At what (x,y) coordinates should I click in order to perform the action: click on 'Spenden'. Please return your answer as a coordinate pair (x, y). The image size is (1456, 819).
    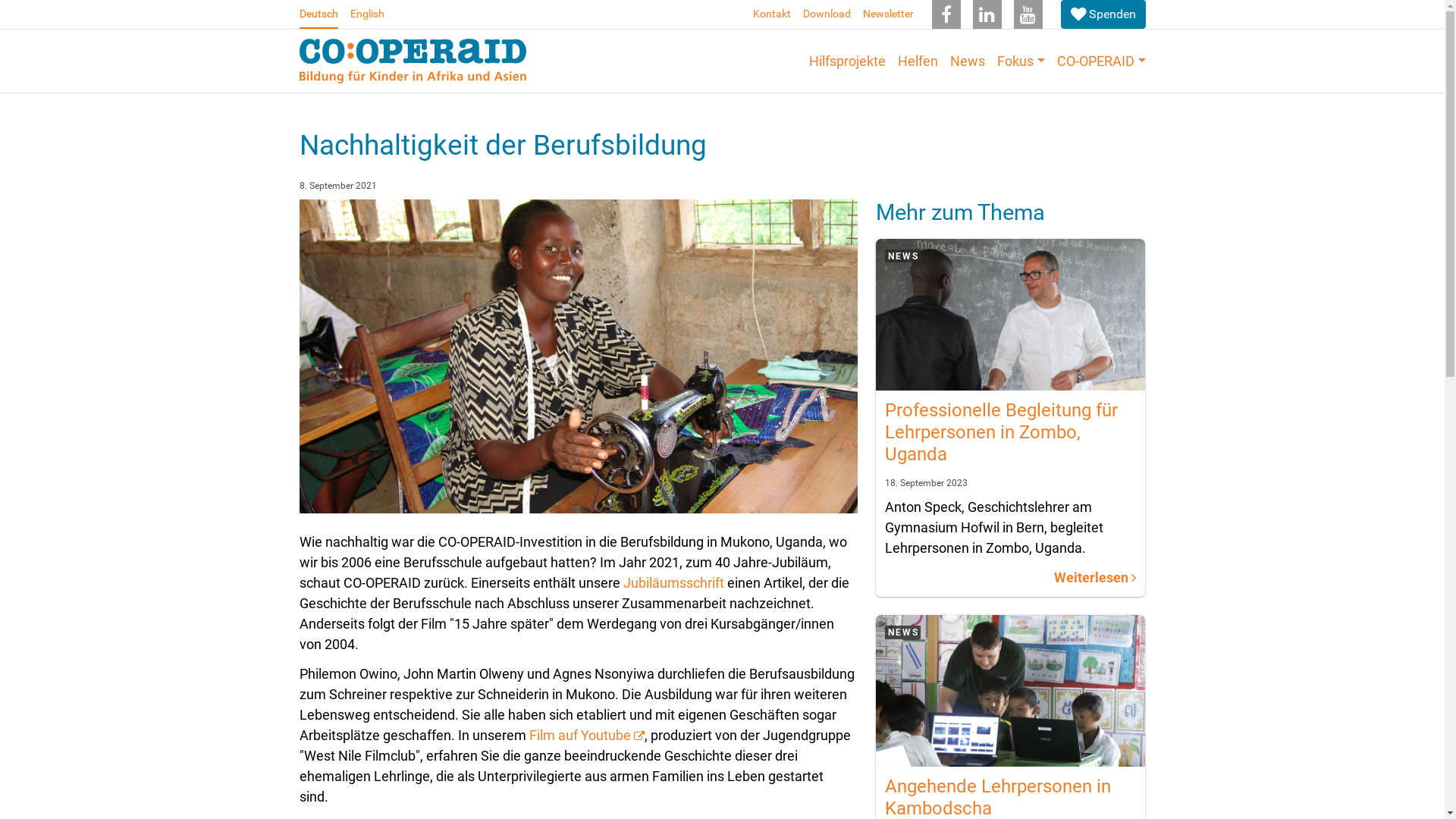
    Looking at the image, I should click on (1103, 14).